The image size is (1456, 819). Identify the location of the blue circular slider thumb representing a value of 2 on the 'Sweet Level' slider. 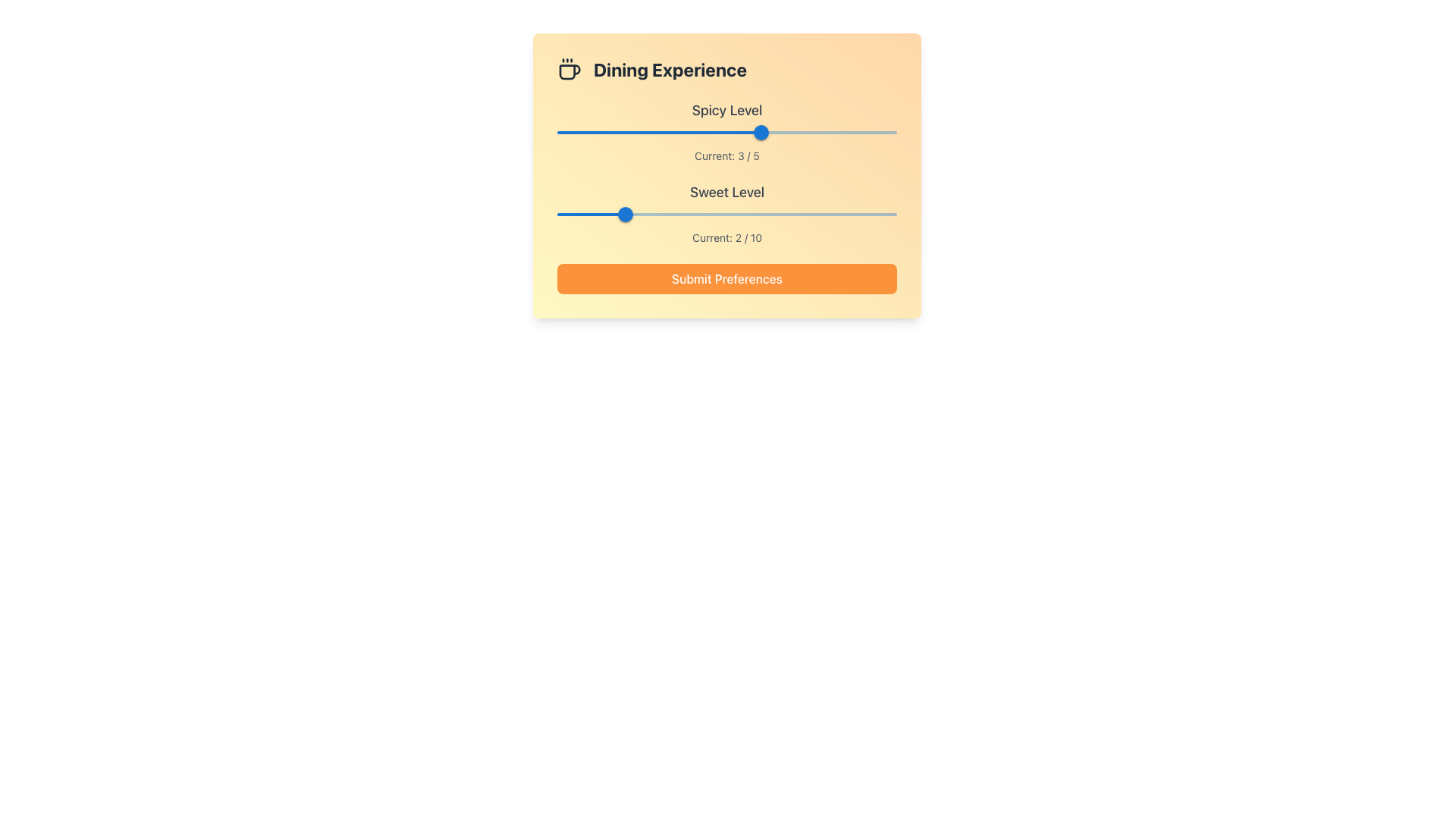
(625, 214).